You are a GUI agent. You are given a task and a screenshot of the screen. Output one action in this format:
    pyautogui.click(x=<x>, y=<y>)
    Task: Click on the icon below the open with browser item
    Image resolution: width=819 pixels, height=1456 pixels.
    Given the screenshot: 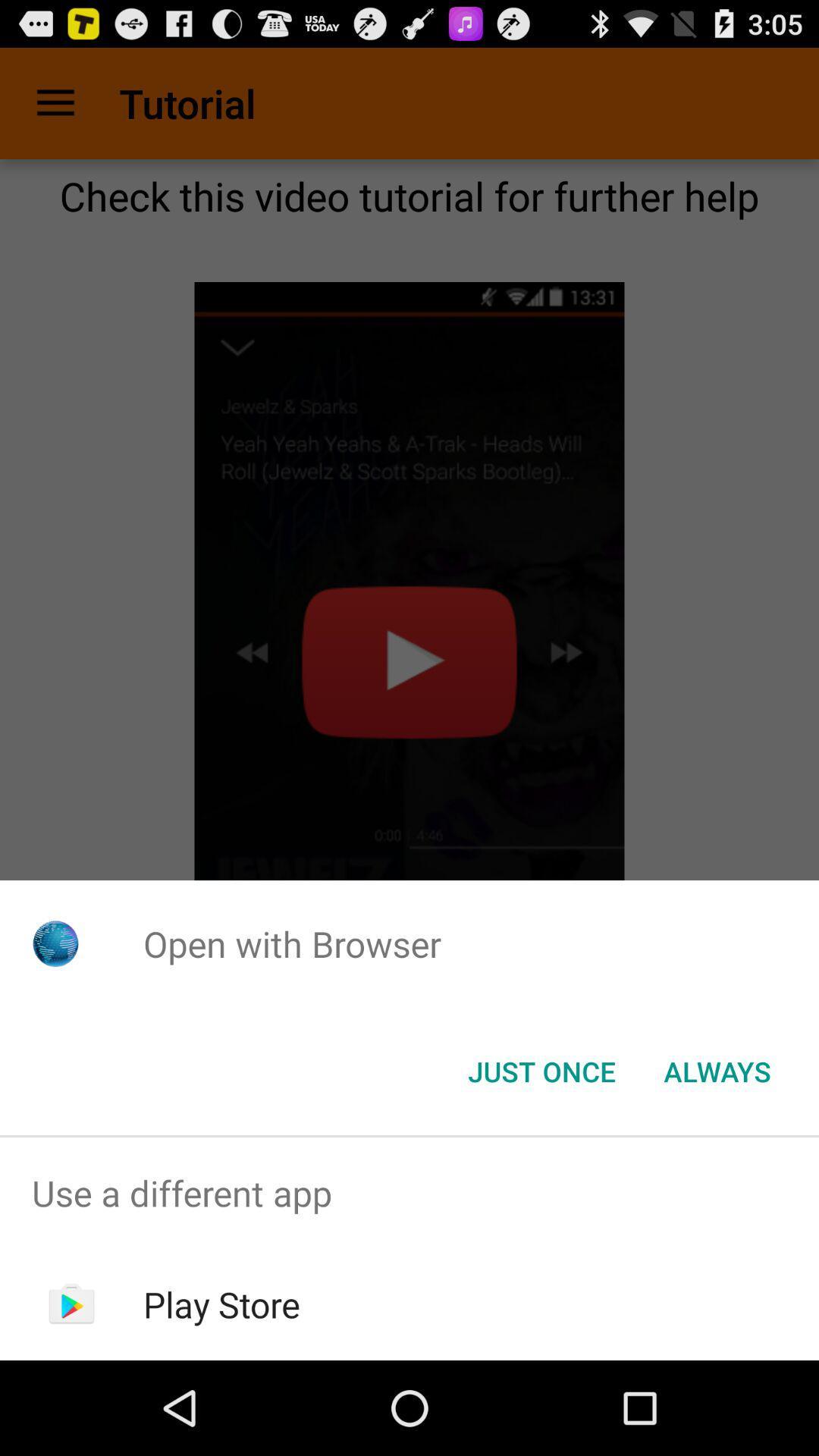 What is the action you would take?
    pyautogui.click(x=541, y=1070)
    